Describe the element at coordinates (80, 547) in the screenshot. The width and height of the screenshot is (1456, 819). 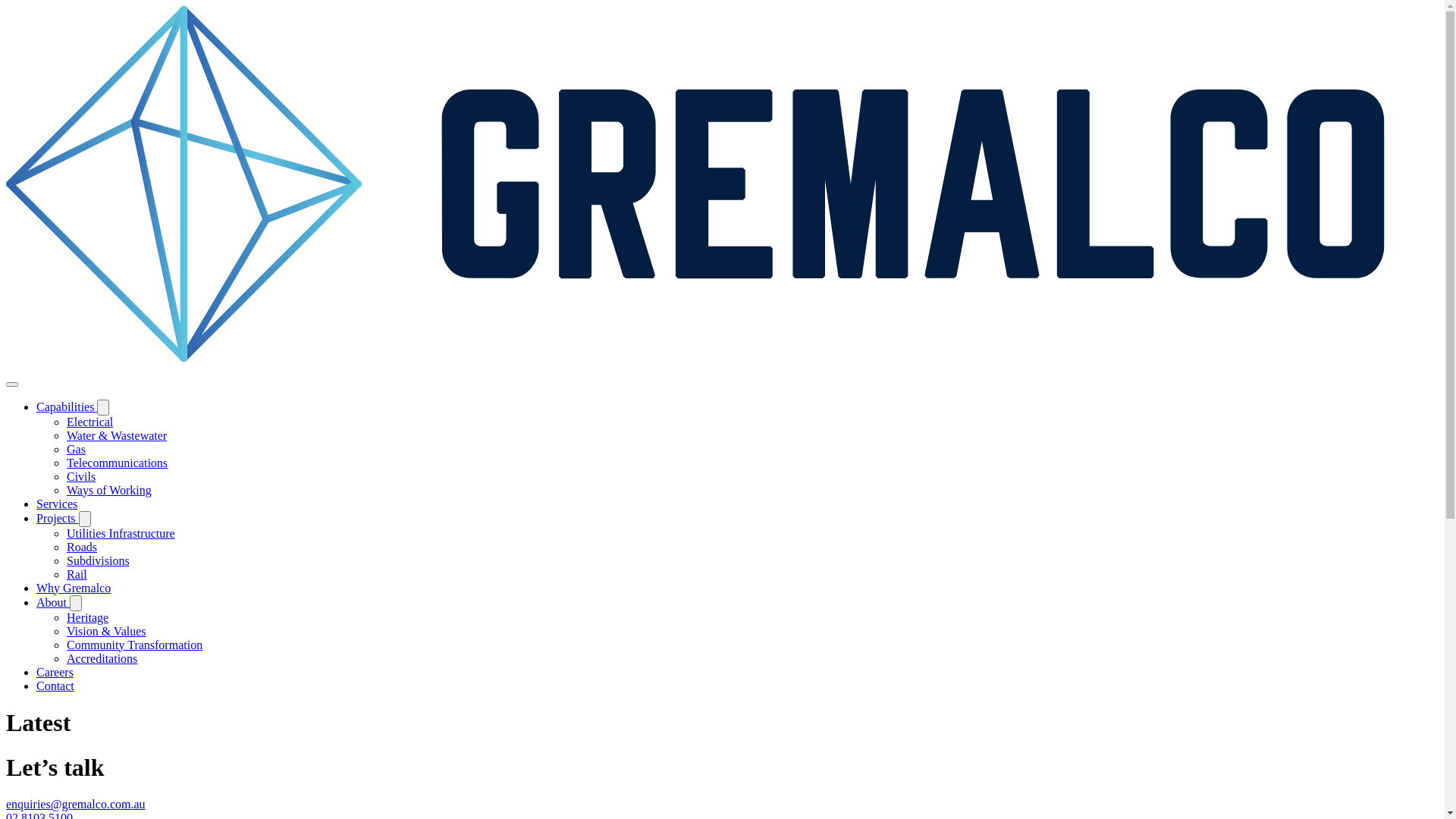
I see `'Roads'` at that location.